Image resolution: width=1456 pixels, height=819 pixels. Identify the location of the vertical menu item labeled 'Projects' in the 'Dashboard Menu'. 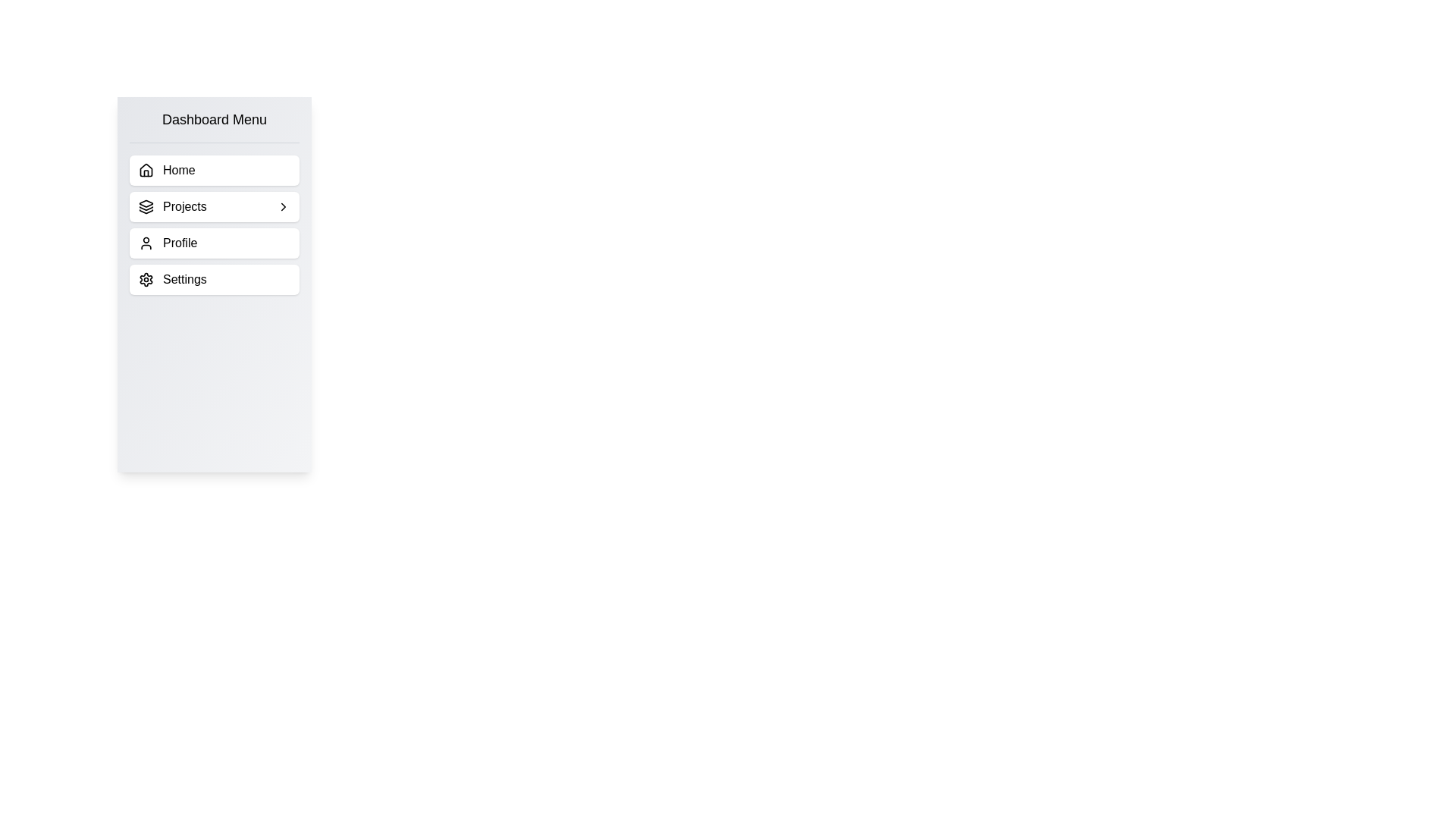
(214, 225).